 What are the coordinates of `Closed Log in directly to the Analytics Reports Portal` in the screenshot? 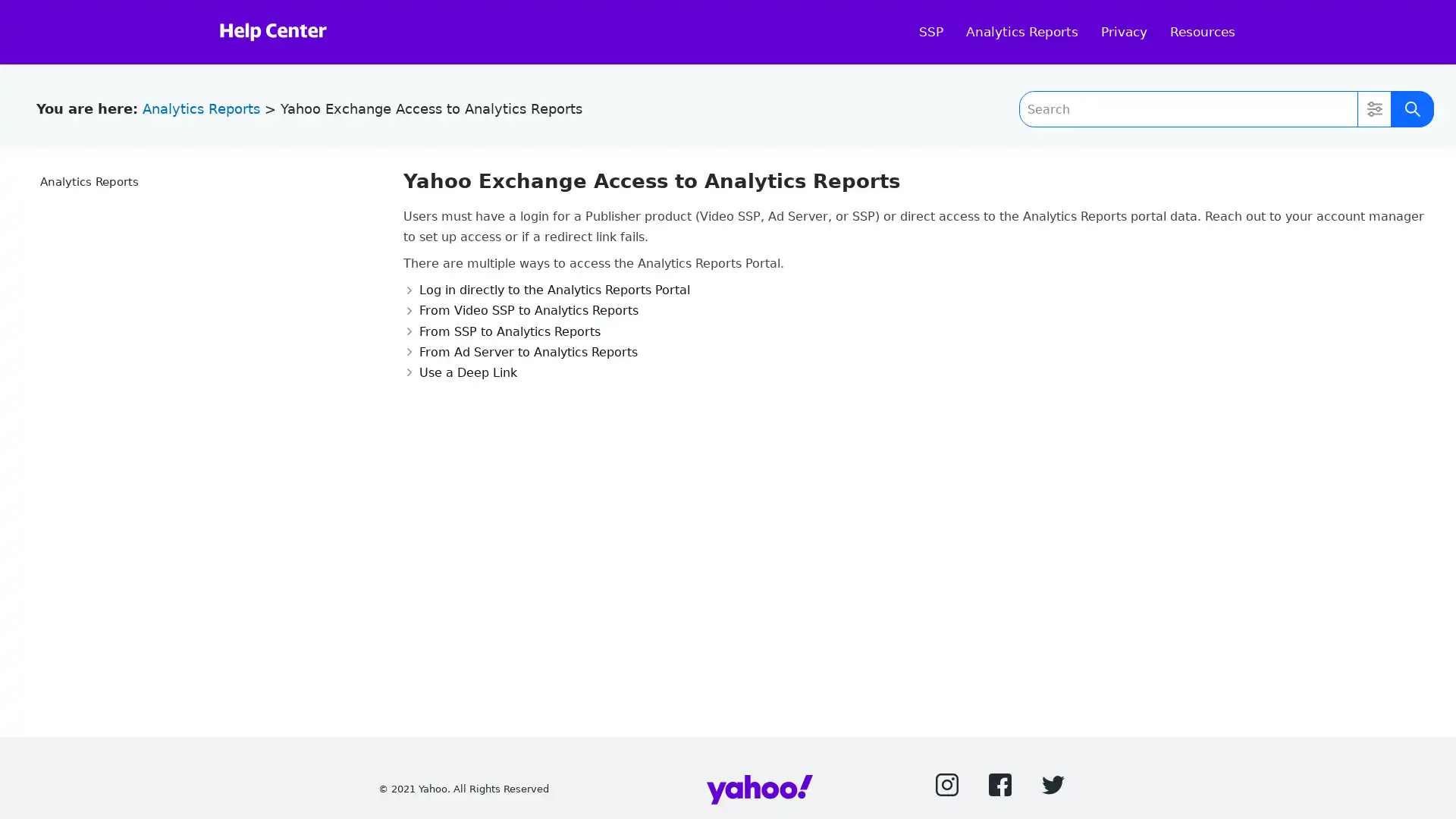 It's located at (546, 290).